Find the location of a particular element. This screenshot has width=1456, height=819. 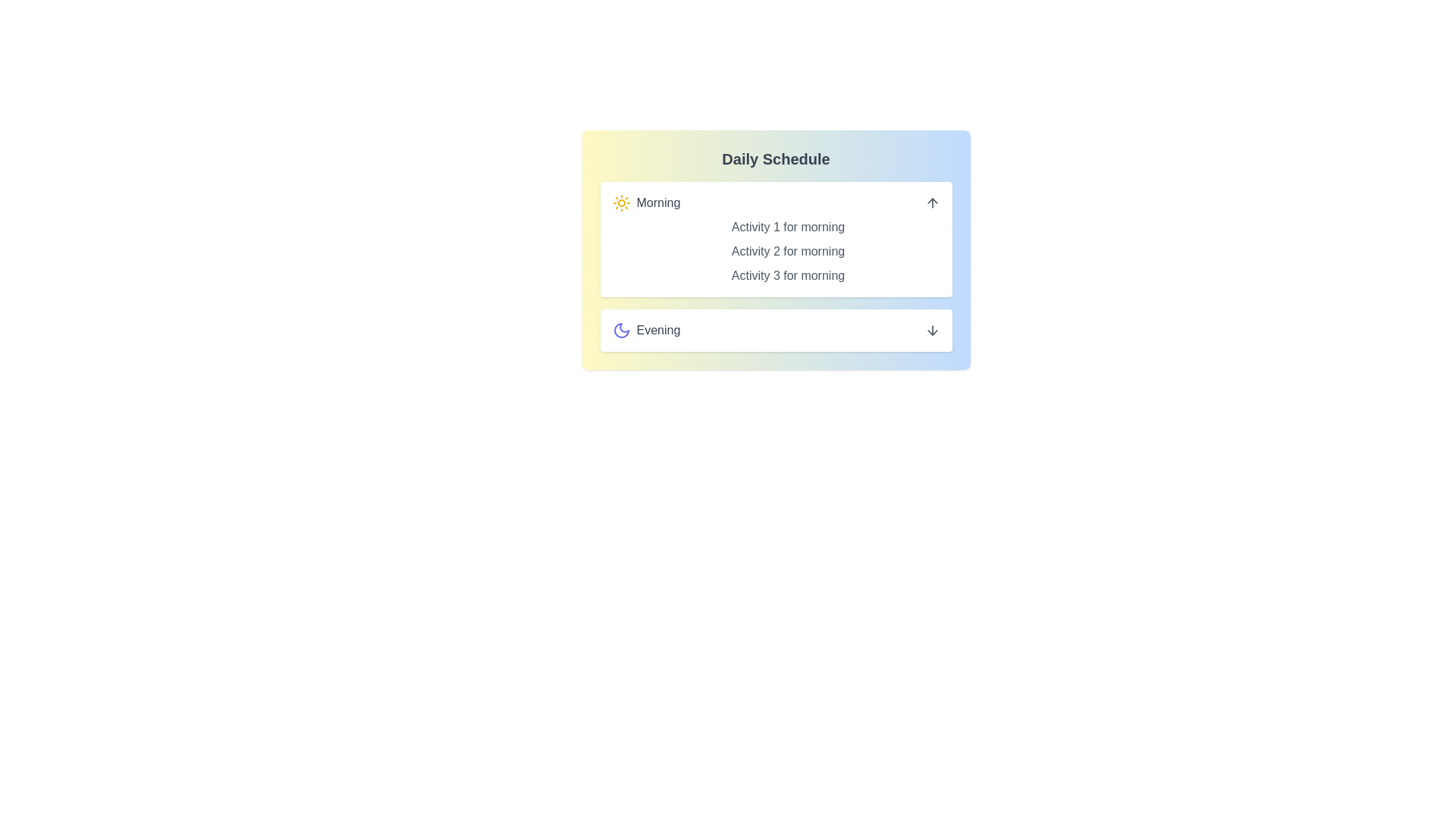

the activity item labeled 'Activity 1 for morning' in the expanded schedule is located at coordinates (788, 227).